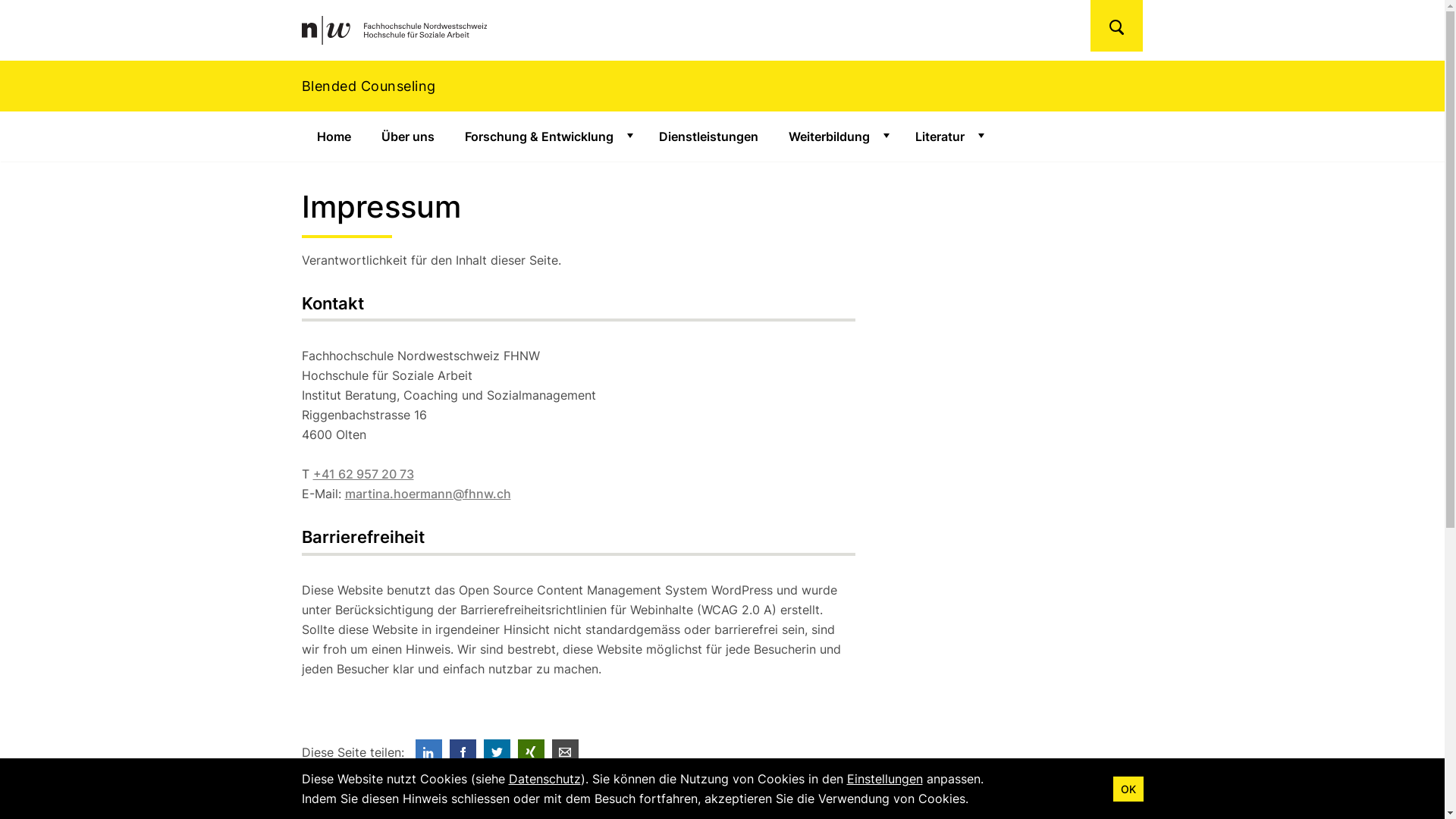 Image resolution: width=1456 pixels, height=819 pixels. I want to click on 'Einstellungen', so click(884, 778).